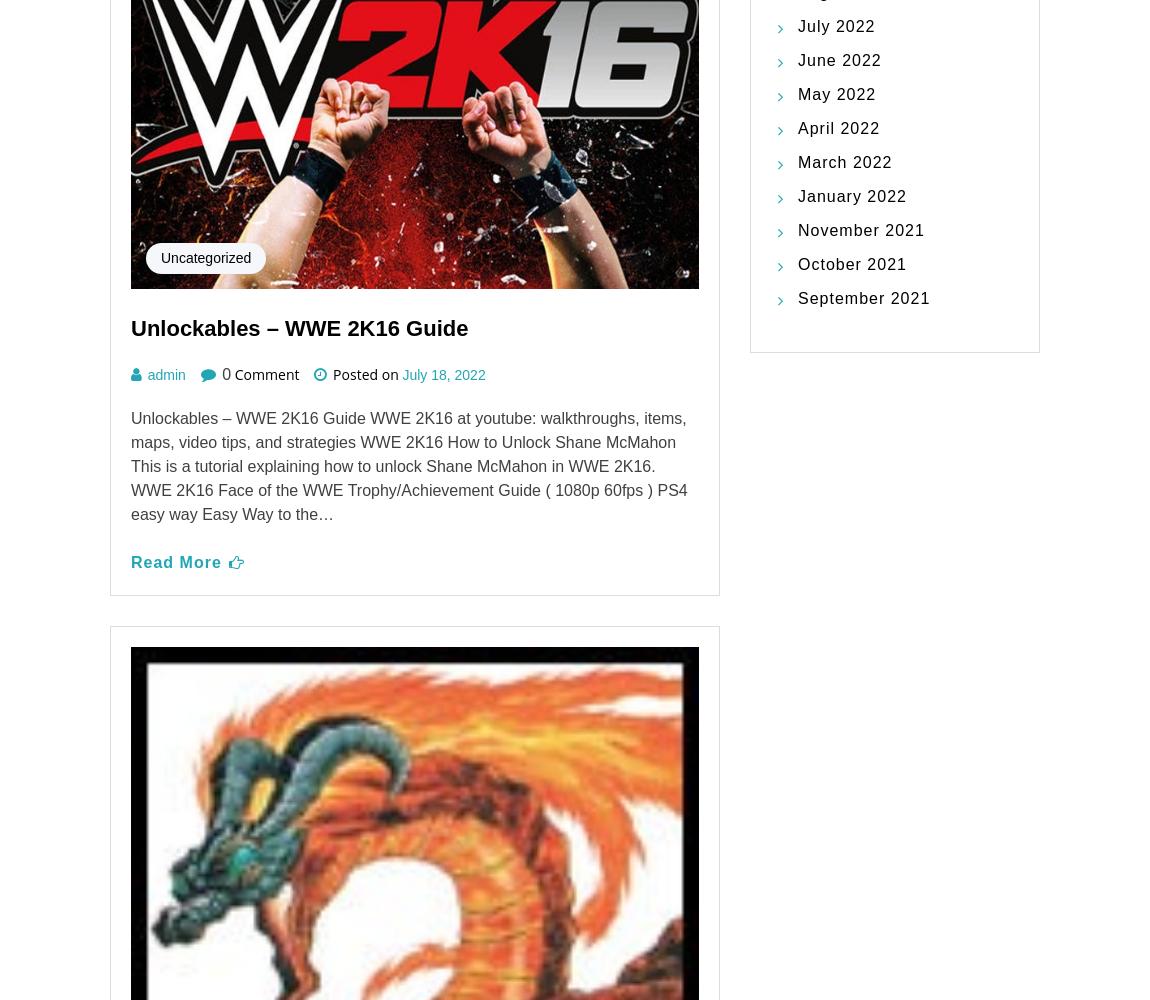 The image size is (1150, 1000). Describe the element at coordinates (164, 579) in the screenshot. I see `'admin'` at that location.